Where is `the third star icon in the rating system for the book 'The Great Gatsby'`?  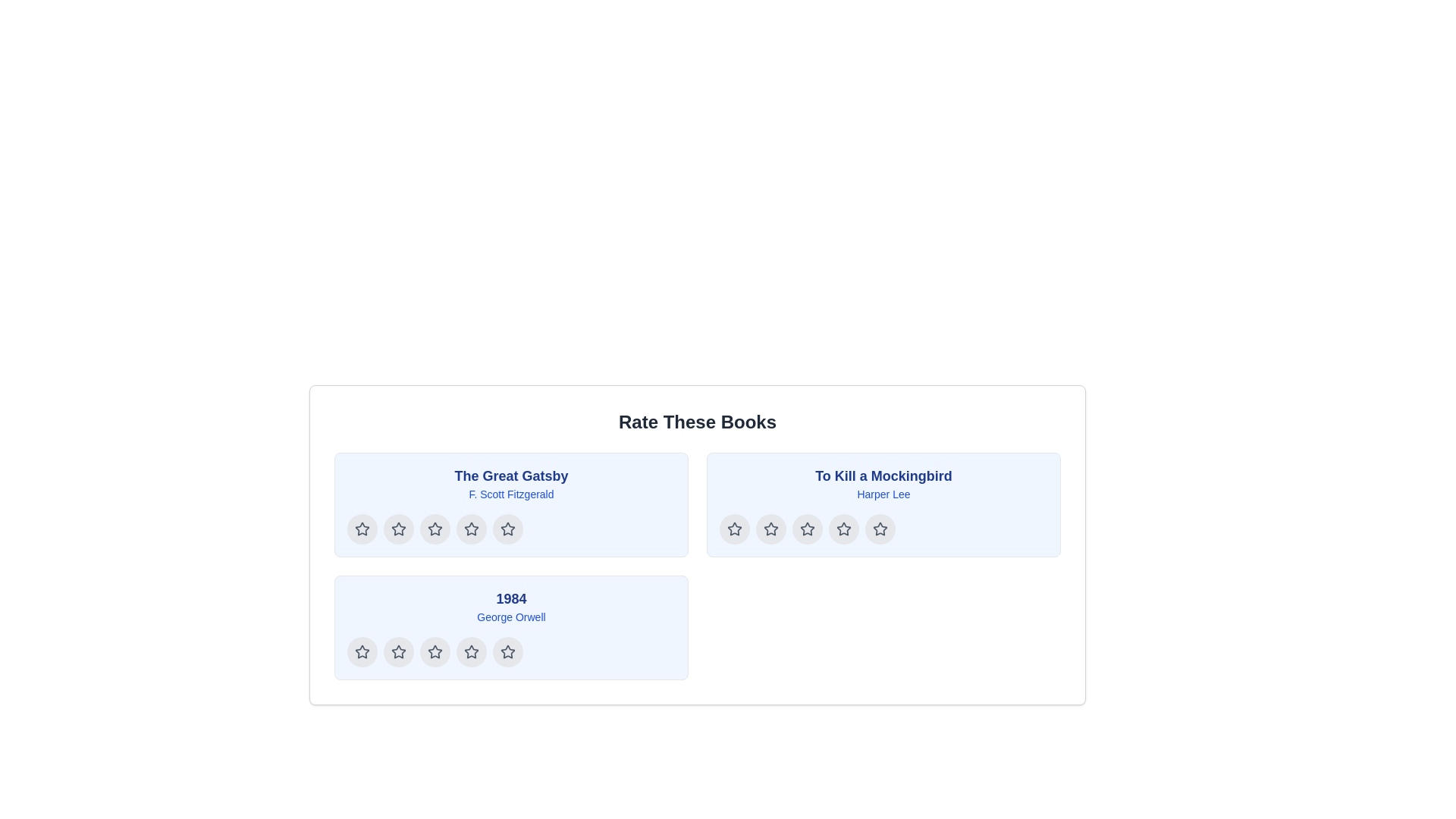
the third star icon in the rating system for the book 'The Great Gatsby' is located at coordinates (471, 529).